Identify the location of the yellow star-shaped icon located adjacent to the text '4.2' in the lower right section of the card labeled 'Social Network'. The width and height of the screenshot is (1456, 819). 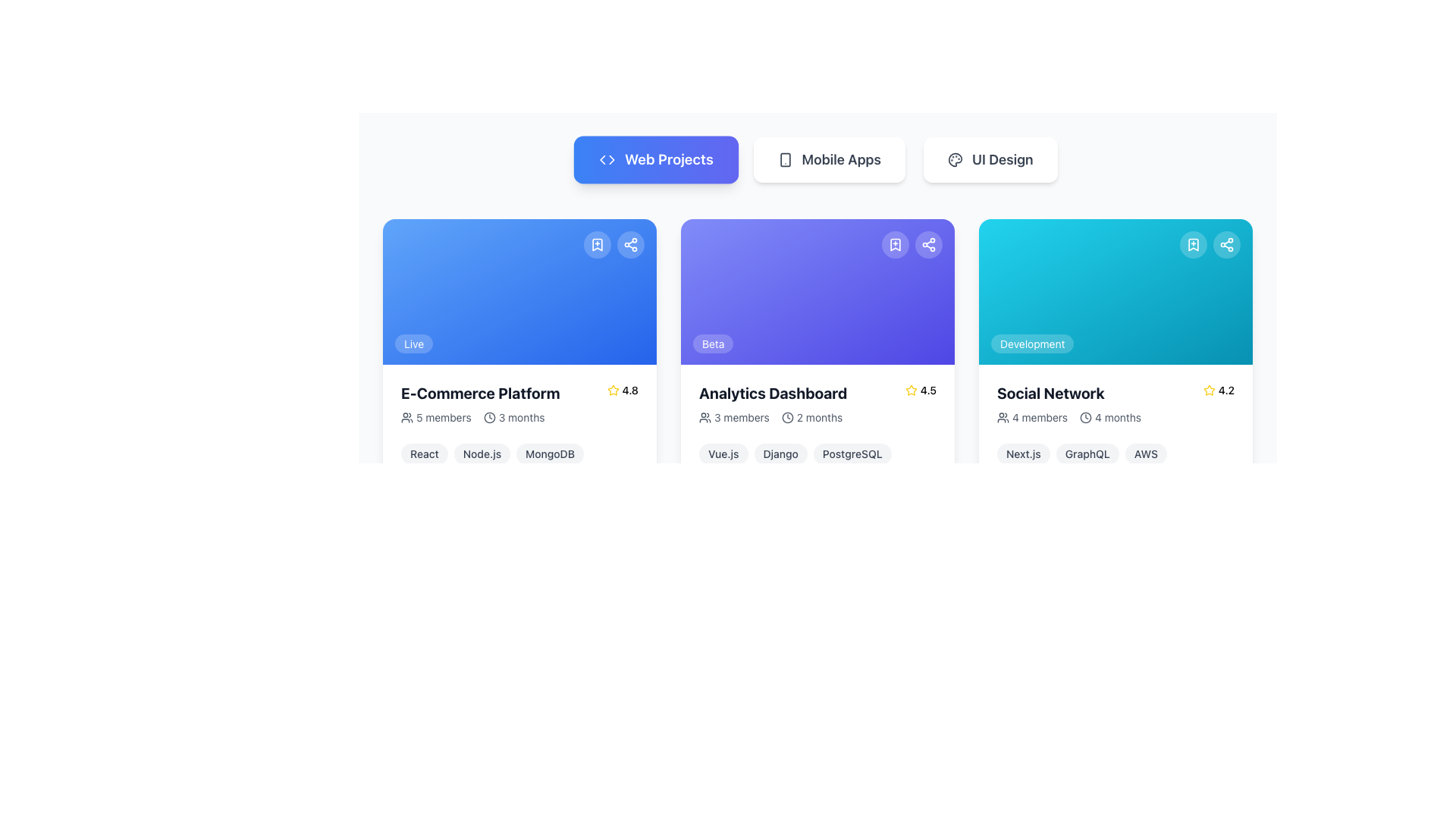
(1208, 390).